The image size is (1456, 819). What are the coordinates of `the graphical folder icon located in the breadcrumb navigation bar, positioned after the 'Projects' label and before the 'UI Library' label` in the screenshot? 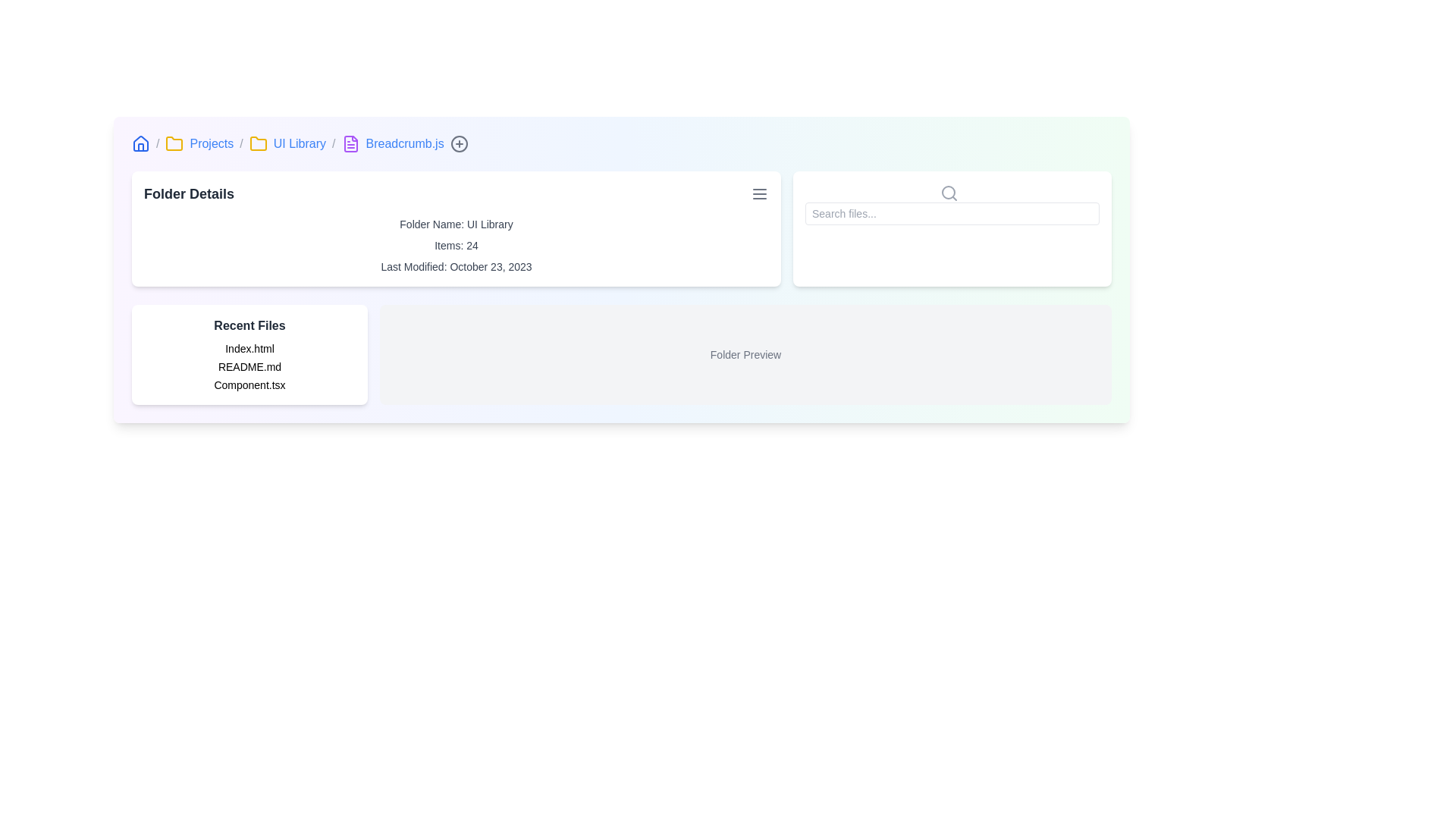 It's located at (174, 143).